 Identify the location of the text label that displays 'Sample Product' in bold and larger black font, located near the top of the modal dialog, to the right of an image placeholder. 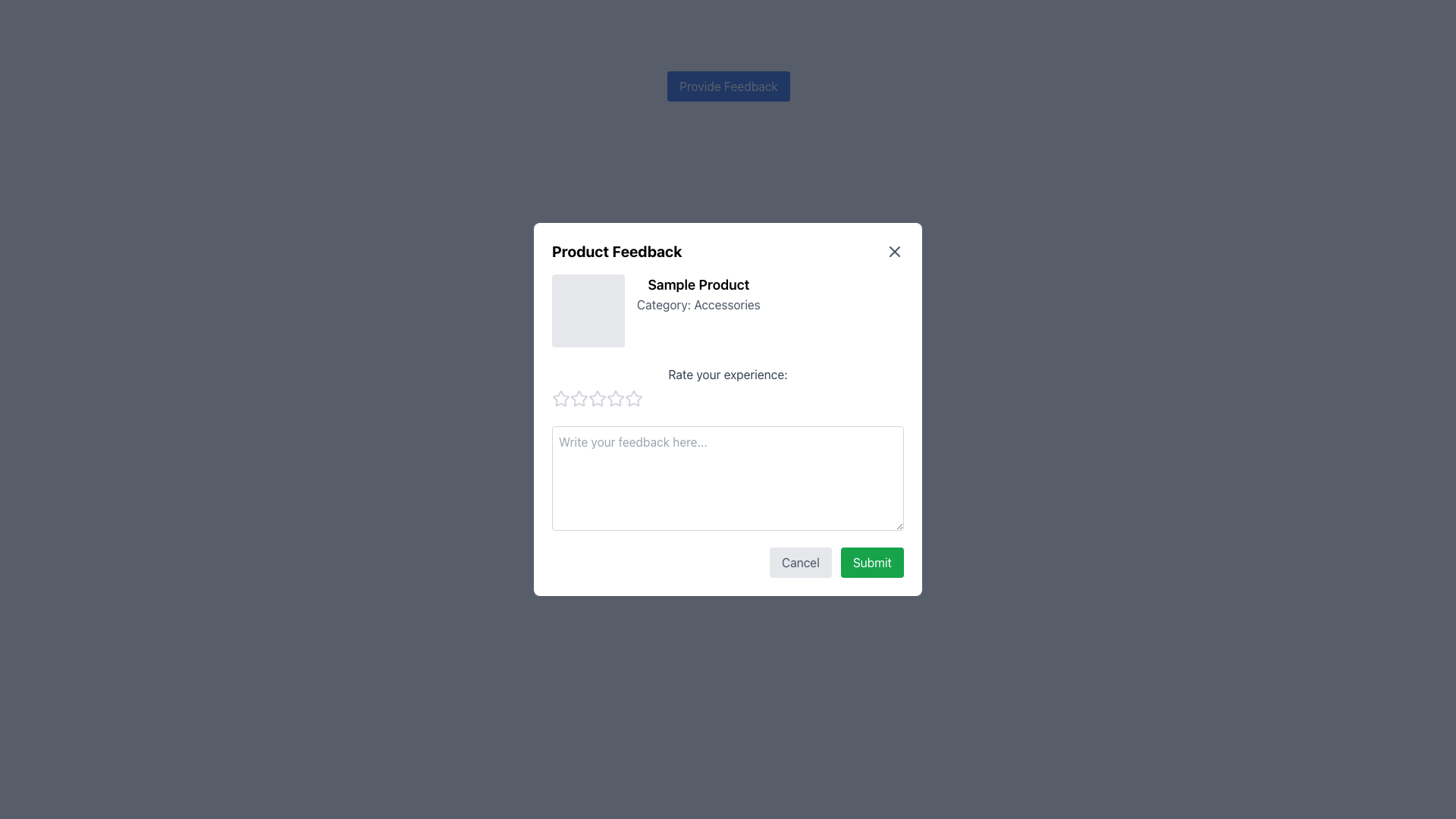
(698, 284).